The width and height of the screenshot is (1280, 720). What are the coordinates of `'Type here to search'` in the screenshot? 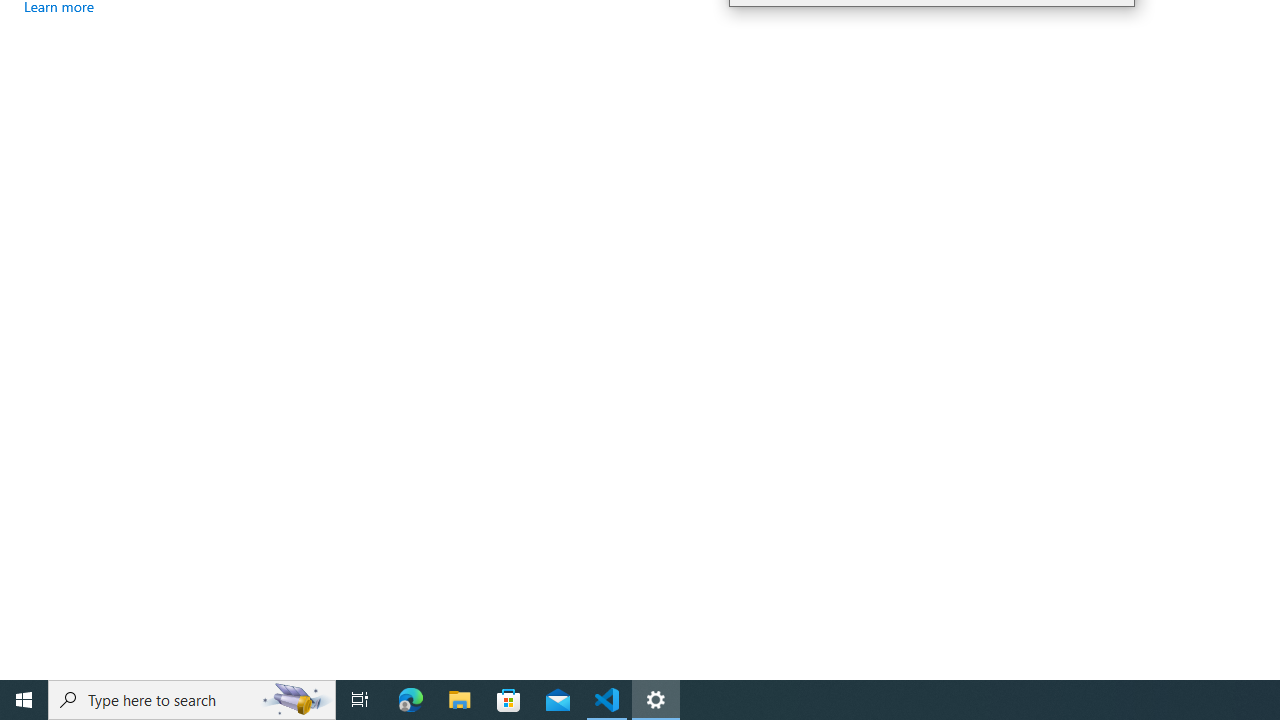 It's located at (192, 698).